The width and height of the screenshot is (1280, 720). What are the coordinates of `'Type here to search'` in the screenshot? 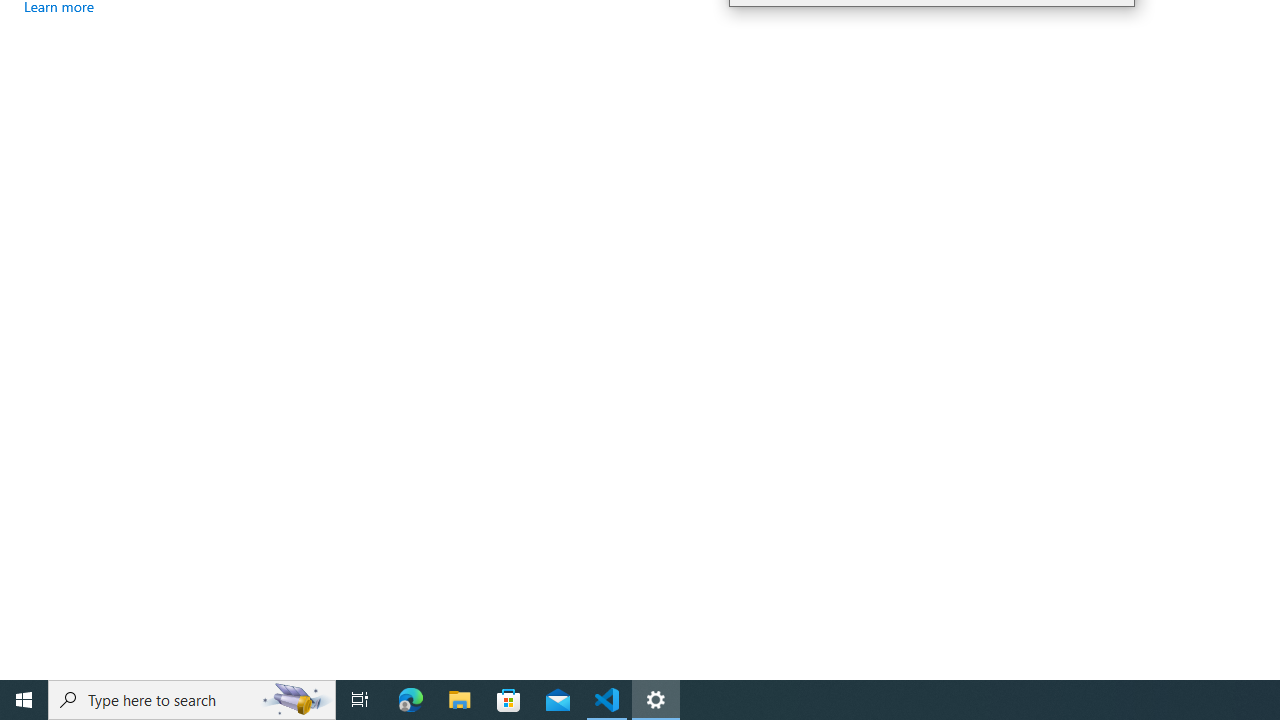 It's located at (192, 698).